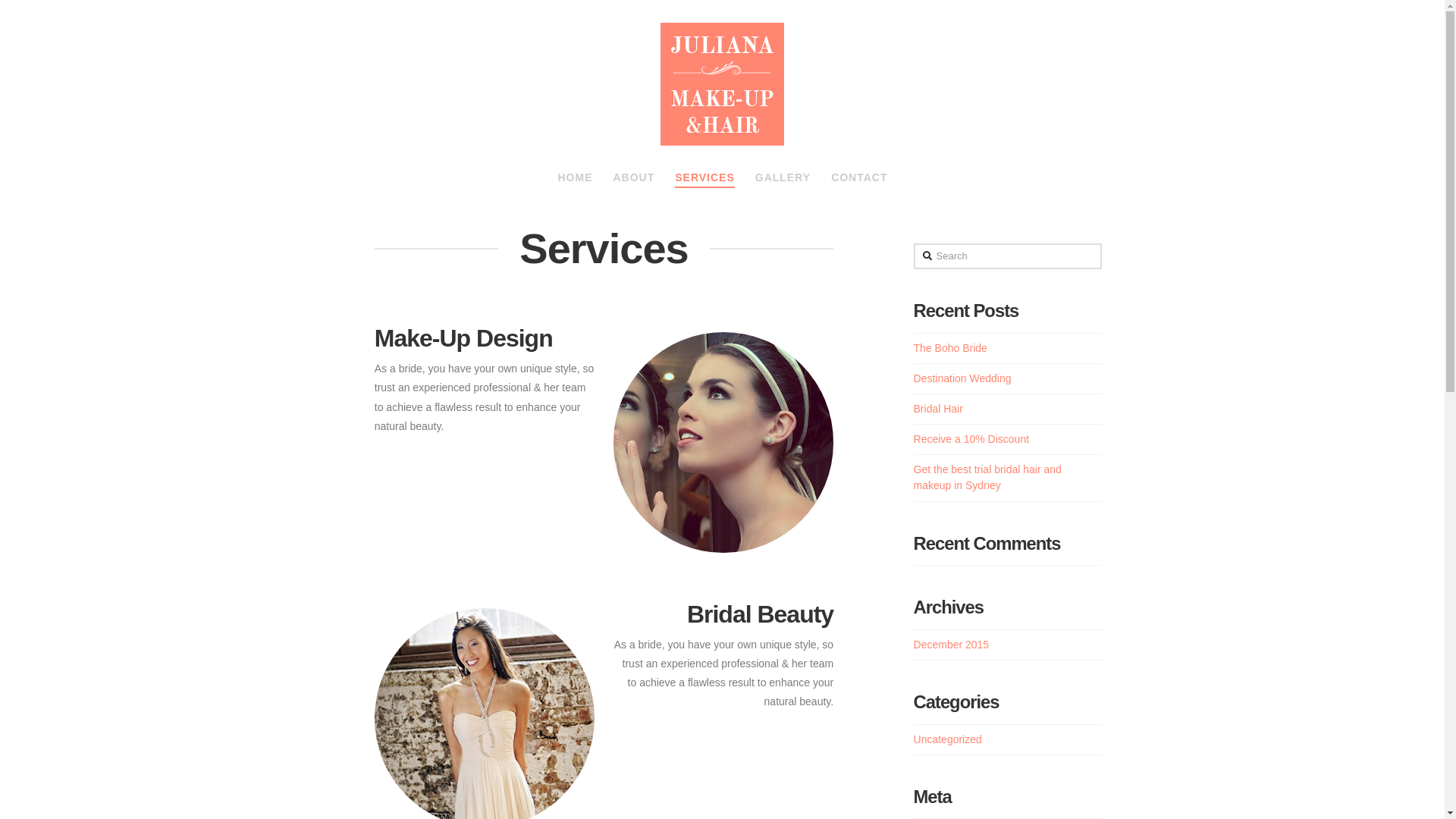  Describe the element at coordinates (949, 348) in the screenshot. I see `'The Boho Bride'` at that location.